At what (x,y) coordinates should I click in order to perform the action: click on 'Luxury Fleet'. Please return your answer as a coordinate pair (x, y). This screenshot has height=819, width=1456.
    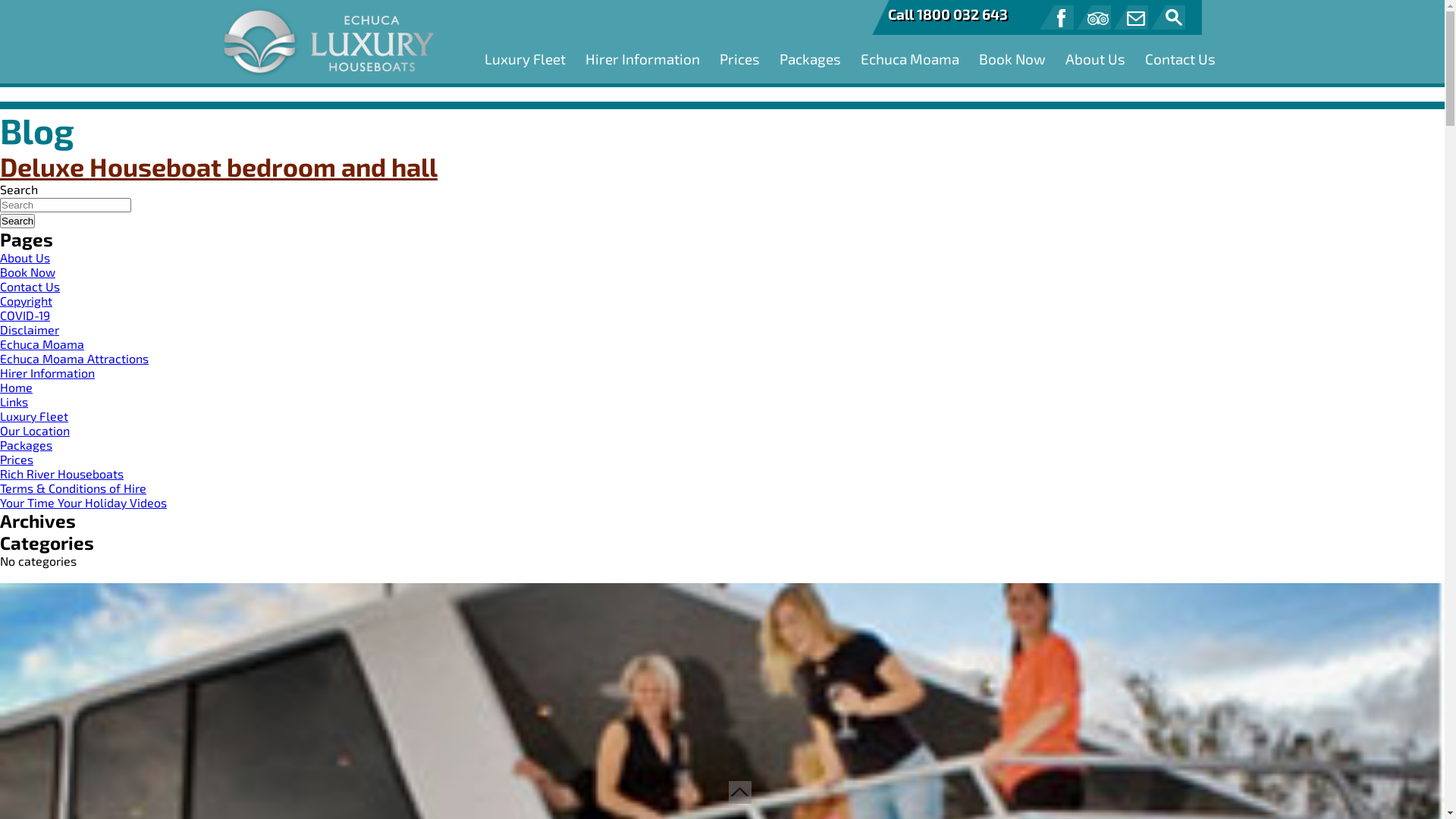
    Looking at the image, I should click on (520, 58).